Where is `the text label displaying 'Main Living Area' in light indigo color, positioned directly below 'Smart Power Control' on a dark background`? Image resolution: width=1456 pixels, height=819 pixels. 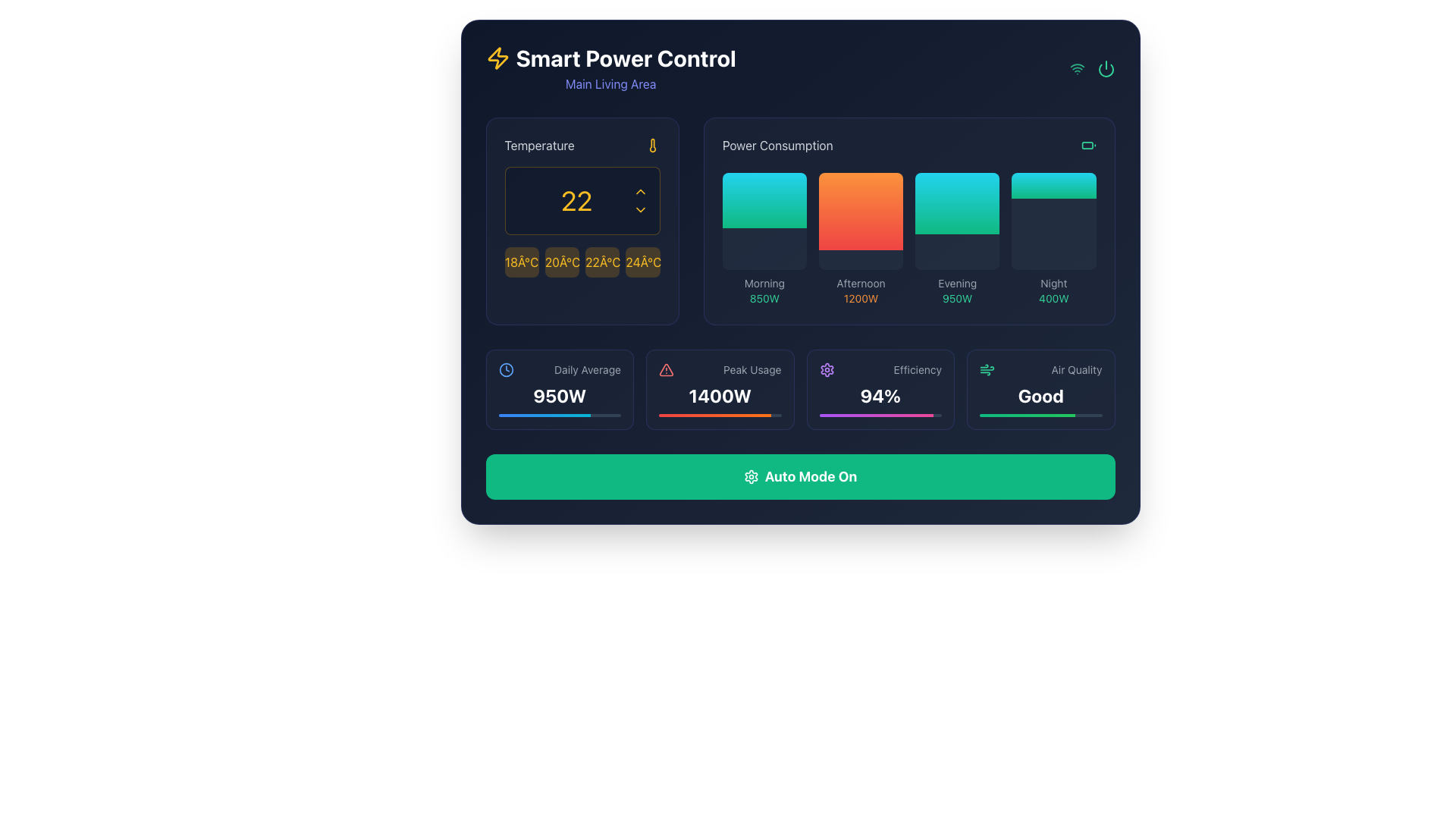 the text label displaying 'Main Living Area' in light indigo color, positioned directly below 'Smart Power Control' on a dark background is located at coordinates (610, 84).